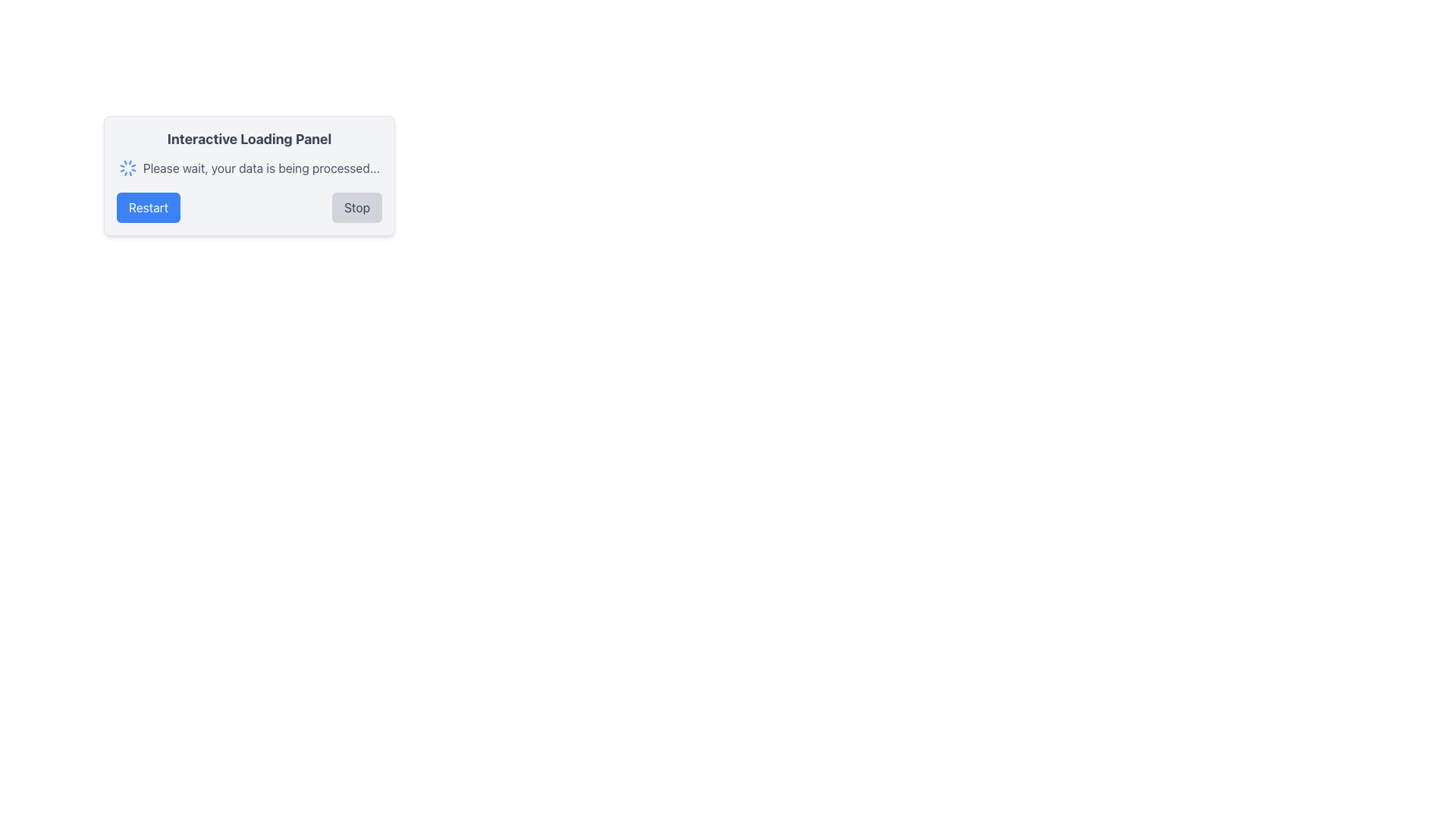  I want to click on the bold, large, dark gray text element labeled 'Interactive Loading Panel' at the top of the rectangular panel, so click(249, 140).